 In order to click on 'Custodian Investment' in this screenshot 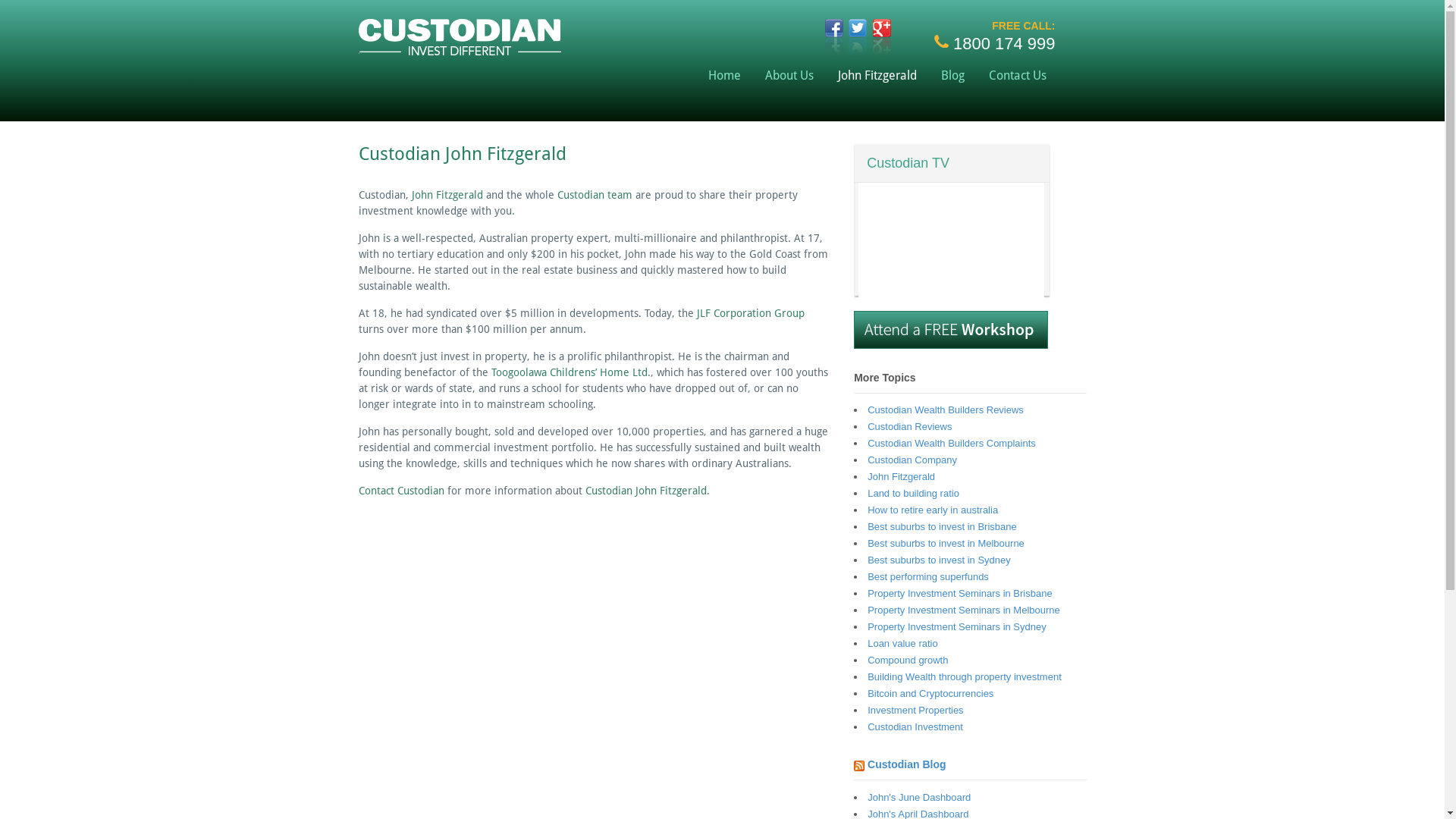, I will do `click(867, 726)`.